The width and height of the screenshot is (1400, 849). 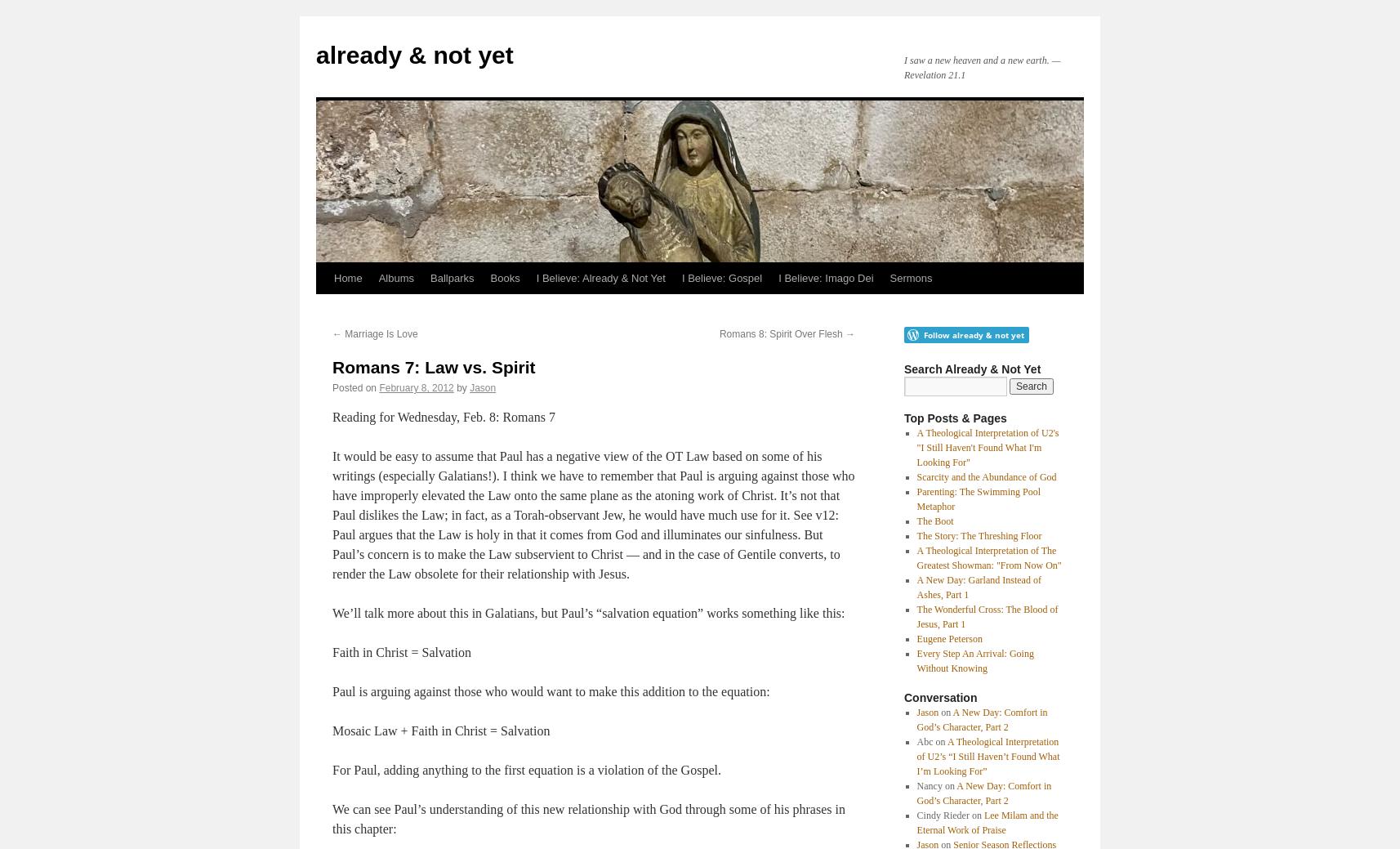 What do you see at coordinates (987, 756) in the screenshot?
I see `'A Theological Interpretation of U2’s “I Still Haven’t Found What I’m Looking For”'` at bounding box center [987, 756].